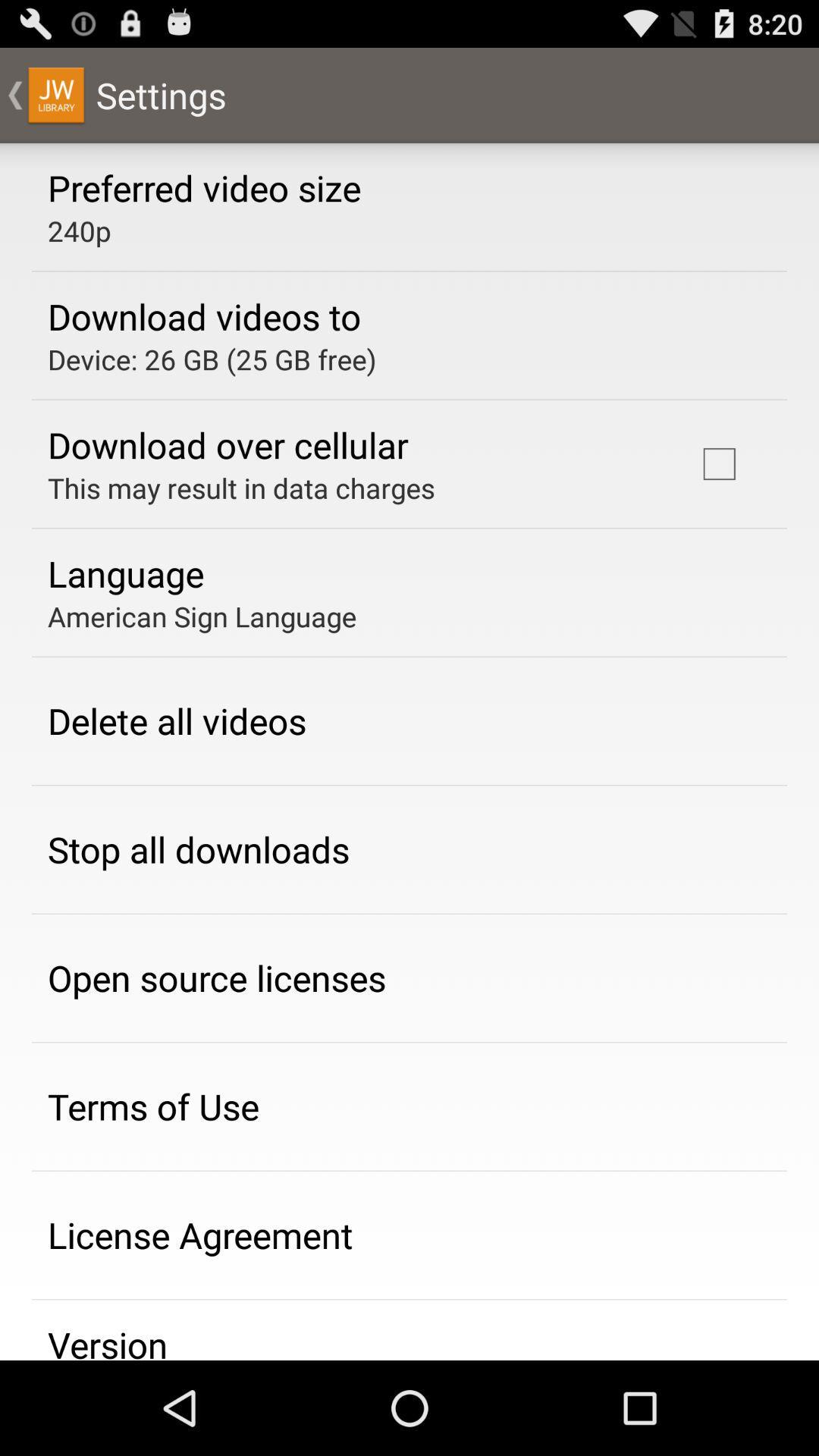  I want to click on the icon above the open source licenses item, so click(198, 849).